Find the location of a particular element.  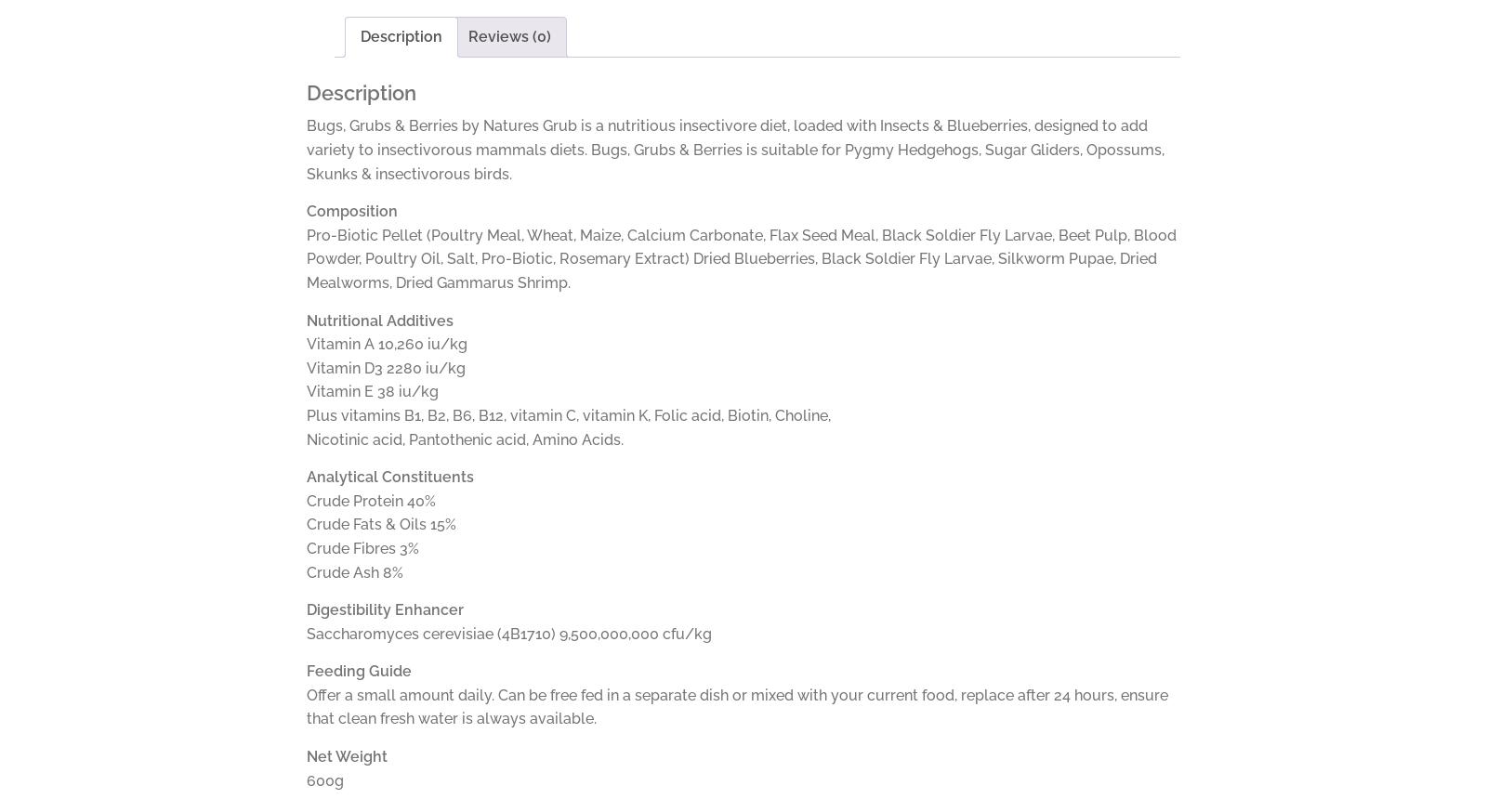

'Crude Fats & Oils 15%' is located at coordinates (380, 524).